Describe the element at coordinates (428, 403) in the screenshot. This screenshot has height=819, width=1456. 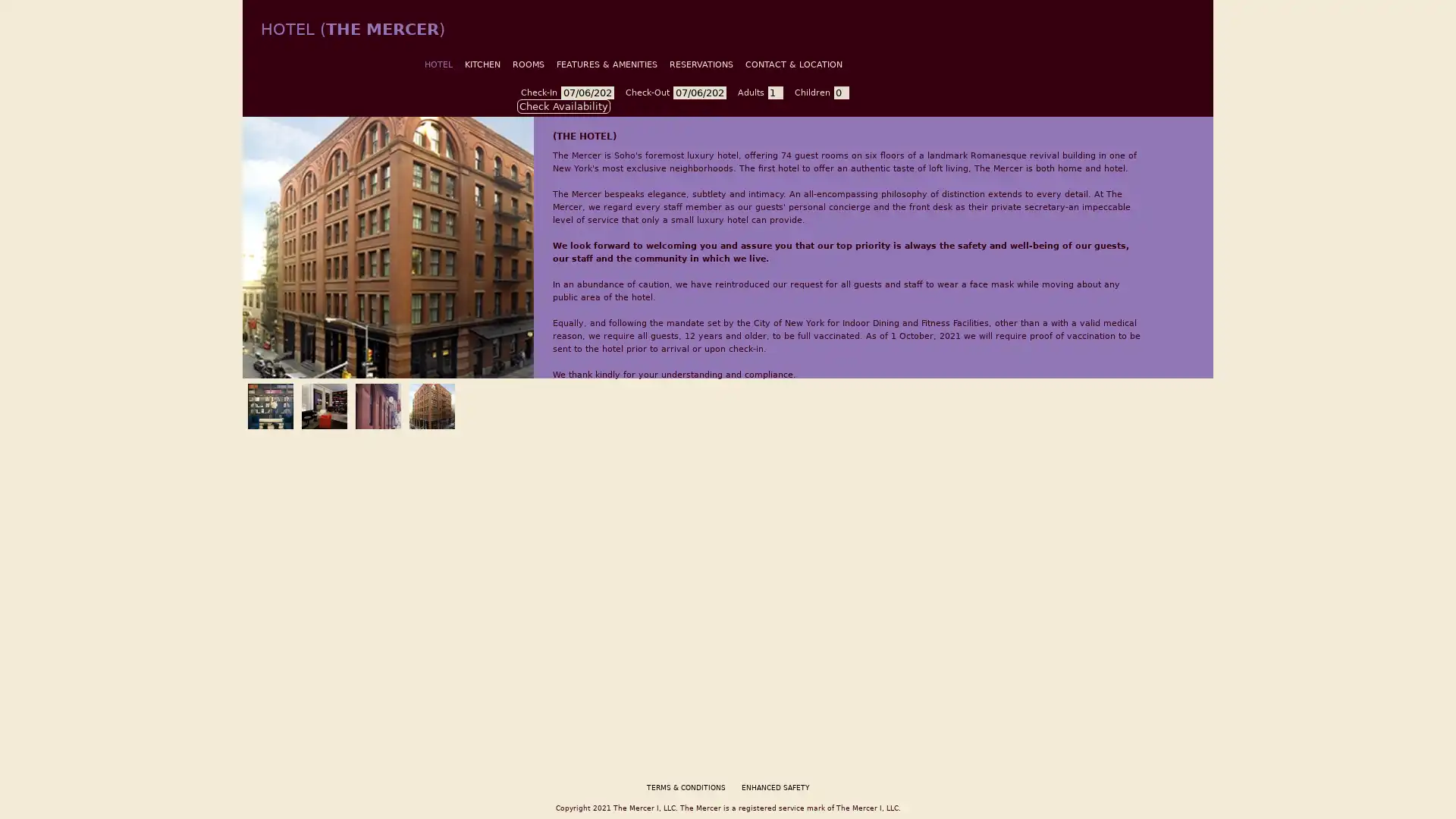
I see `Hotel exterior far` at that location.